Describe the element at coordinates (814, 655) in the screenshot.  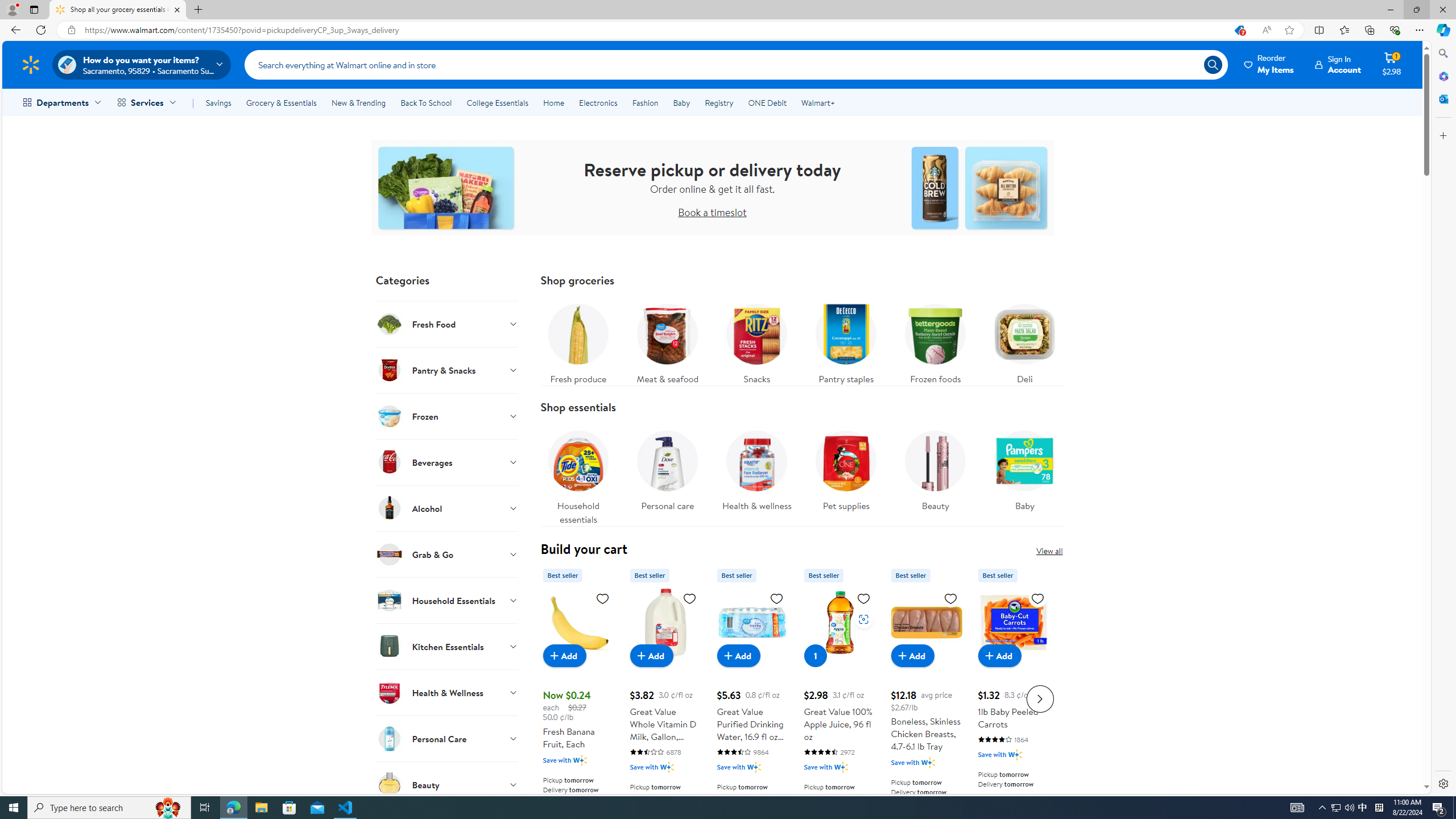
I see `'1 in cart, Great Value 100% Apple Juice, 96 fl oz'` at that location.